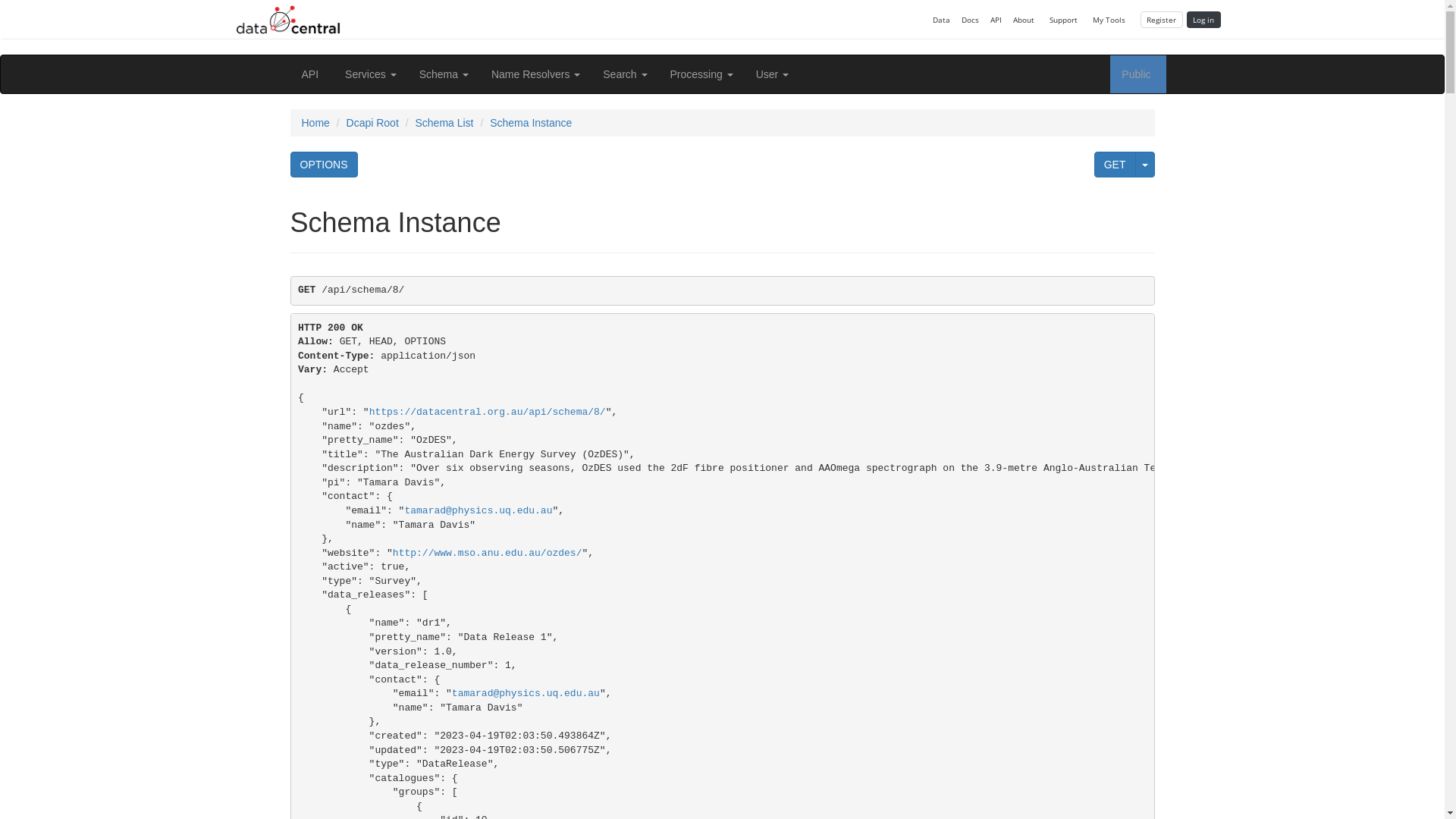 The height and width of the screenshot is (819, 1456). Describe the element at coordinates (535, 74) in the screenshot. I see `'Name Resolvers'` at that location.